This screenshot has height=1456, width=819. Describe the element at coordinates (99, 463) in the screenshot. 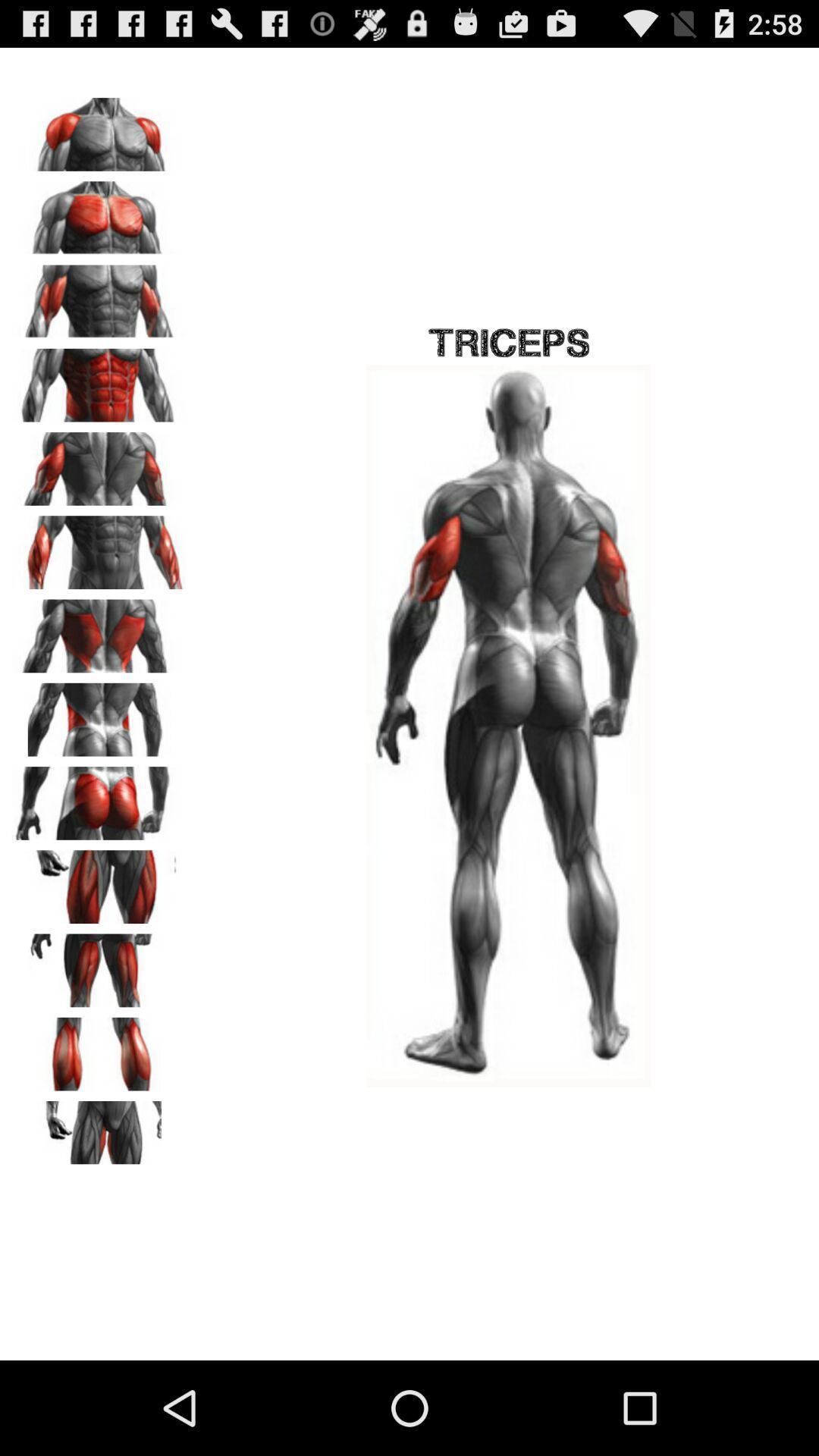

I see `image that can change the view of the main image on the right` at that location.